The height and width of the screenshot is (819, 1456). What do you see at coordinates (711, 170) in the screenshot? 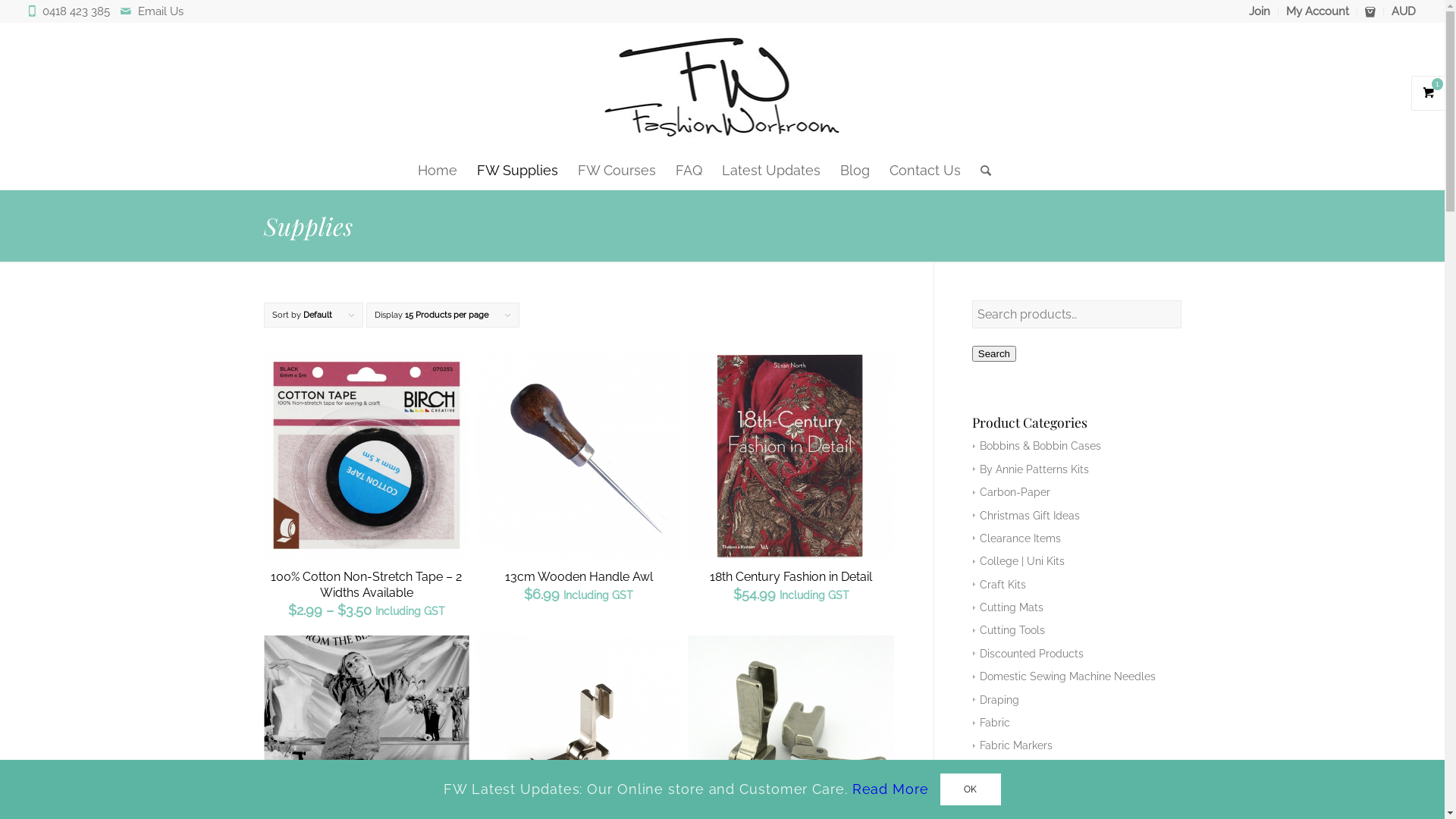
I see `'Latest Updates'` at bounding box center [711, 170].